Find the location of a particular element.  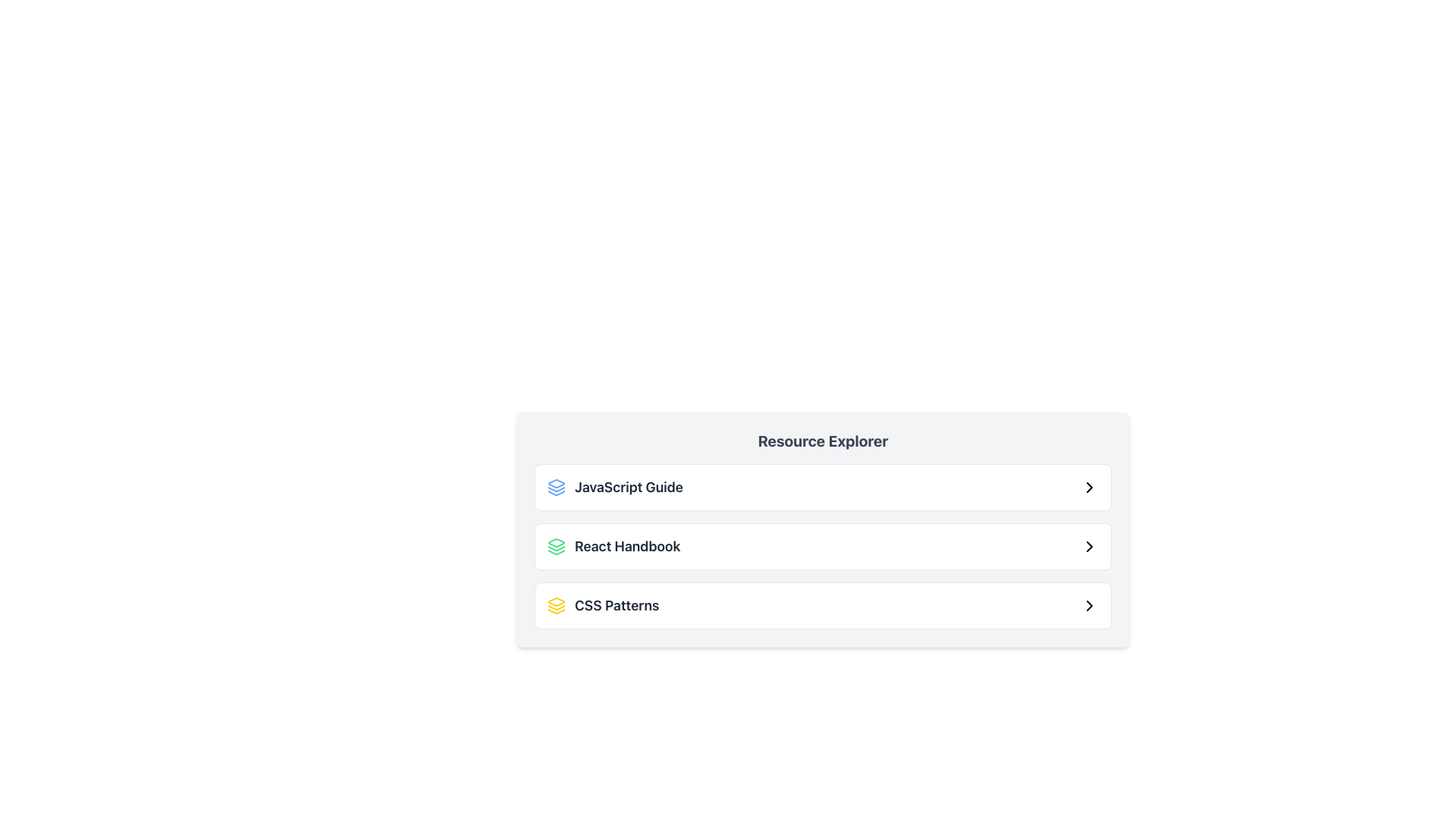

the 'React Handbook' button, which is the second item in a vertical list of resources is located at coordinates (613, 547).